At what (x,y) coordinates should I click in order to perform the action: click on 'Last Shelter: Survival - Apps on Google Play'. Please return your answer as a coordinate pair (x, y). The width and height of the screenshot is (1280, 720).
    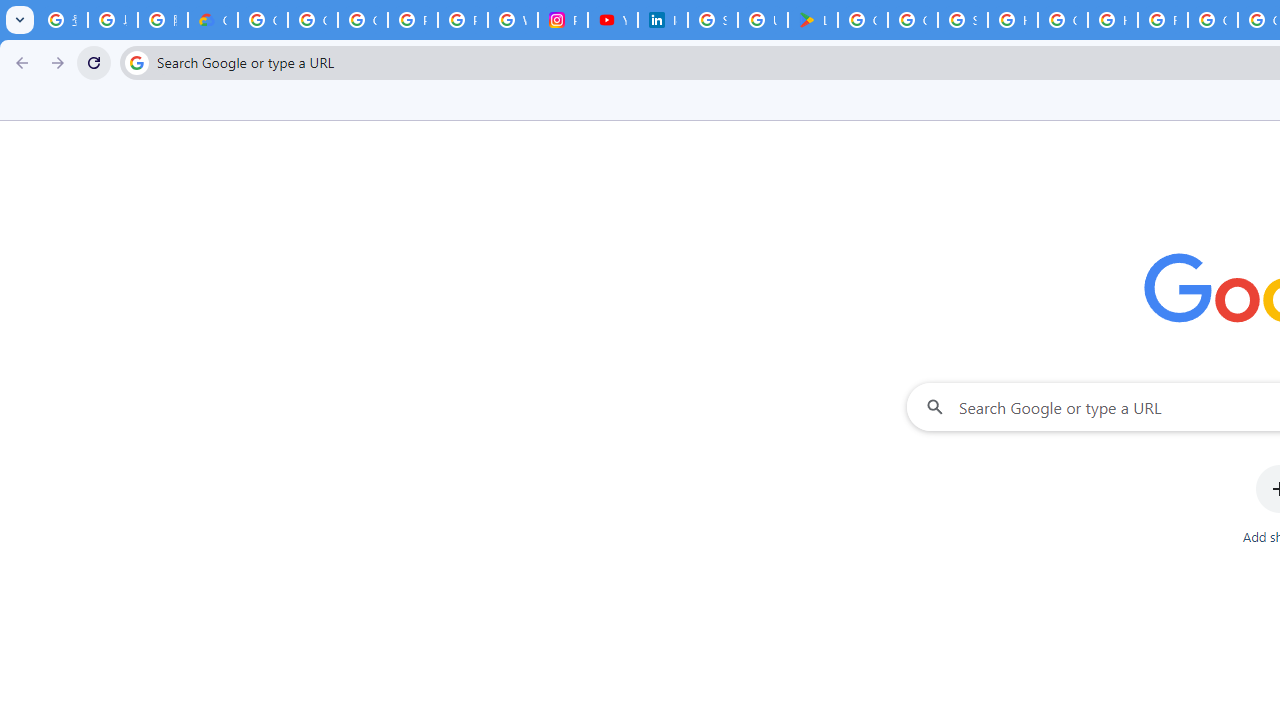
    Looking at the image, I should click on (813, 20).